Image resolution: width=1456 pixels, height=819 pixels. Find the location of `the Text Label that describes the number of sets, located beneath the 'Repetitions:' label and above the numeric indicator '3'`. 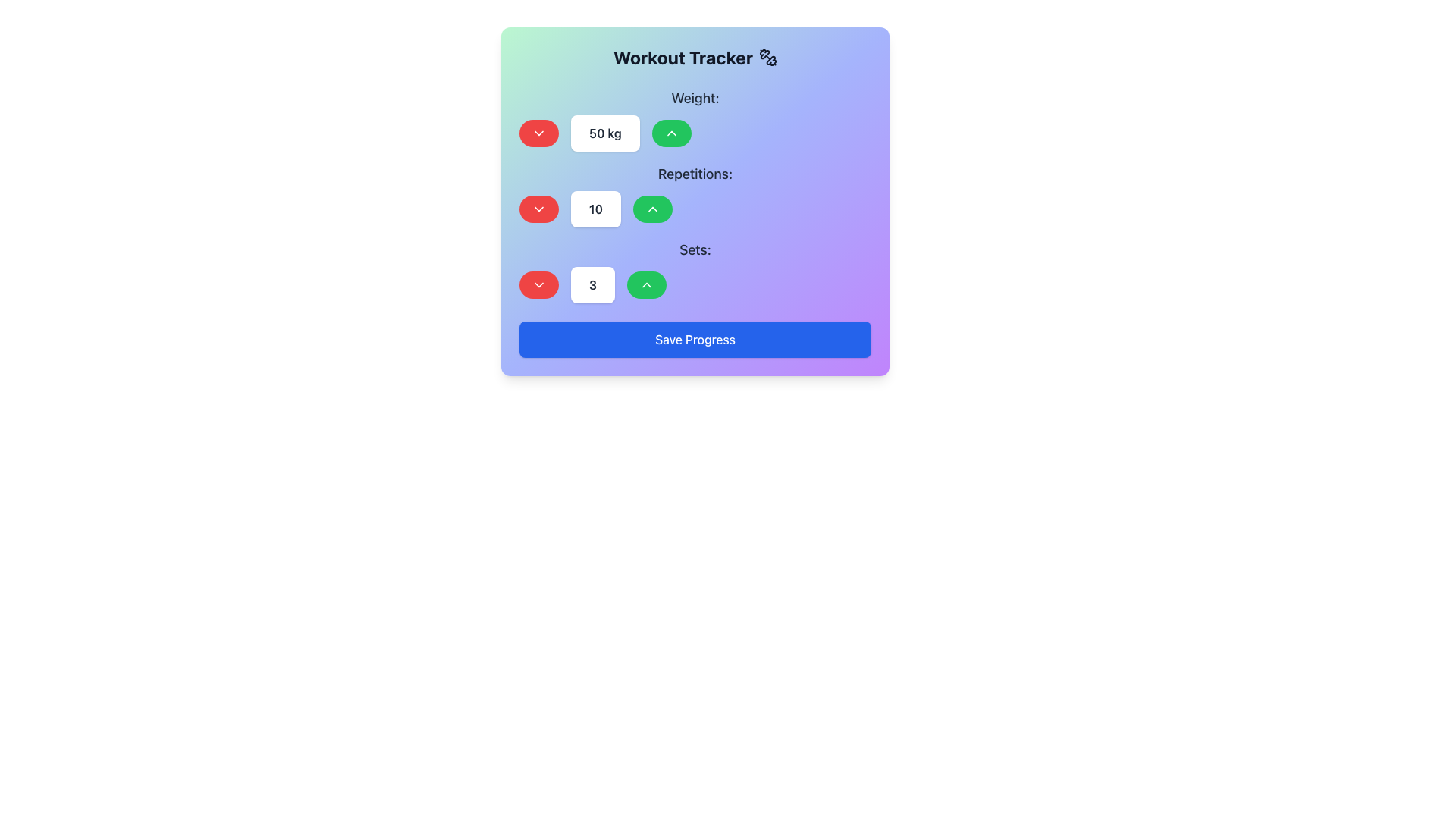

the Text Label that describes the number of sets, located beneath the 'Repetitions:' label and above the numeric indicator '3' is located at coordinates (694, 249).